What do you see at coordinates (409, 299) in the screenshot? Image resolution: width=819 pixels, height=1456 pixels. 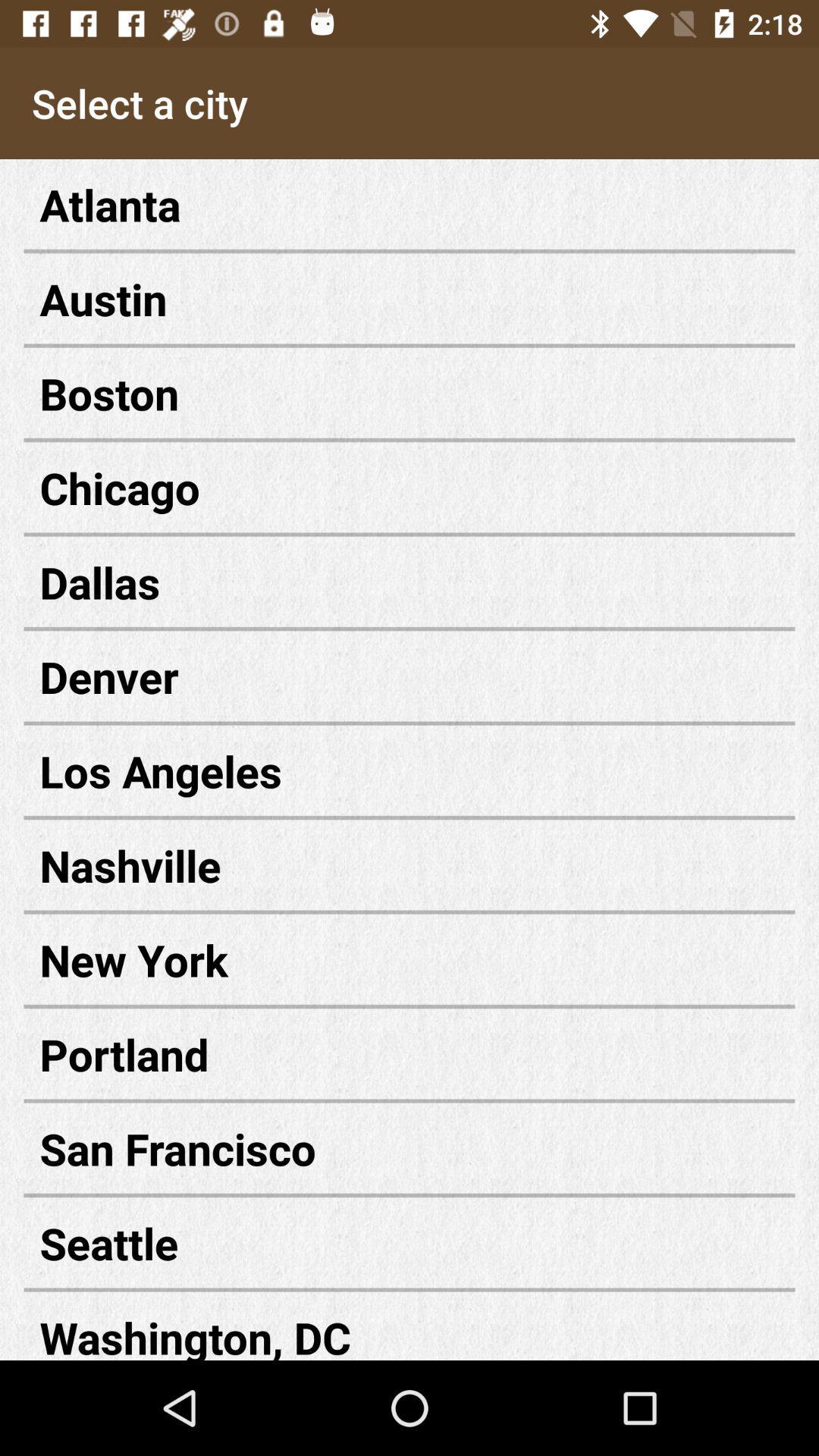 I see `austin icon` at bounding box center [409, 299].